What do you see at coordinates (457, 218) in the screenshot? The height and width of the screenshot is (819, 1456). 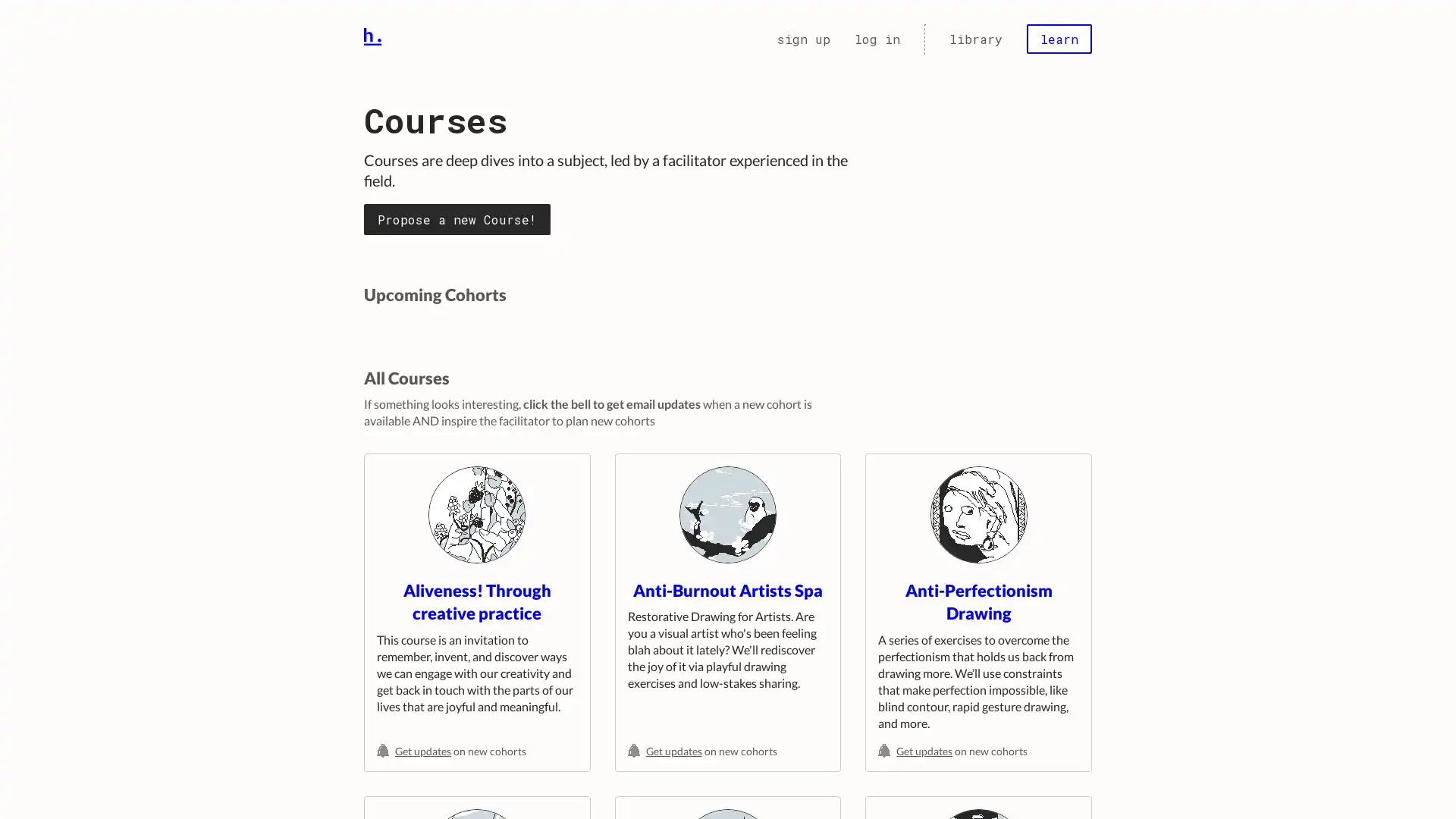 I see `Propose a new Course!` at bounding box center [457, 218].